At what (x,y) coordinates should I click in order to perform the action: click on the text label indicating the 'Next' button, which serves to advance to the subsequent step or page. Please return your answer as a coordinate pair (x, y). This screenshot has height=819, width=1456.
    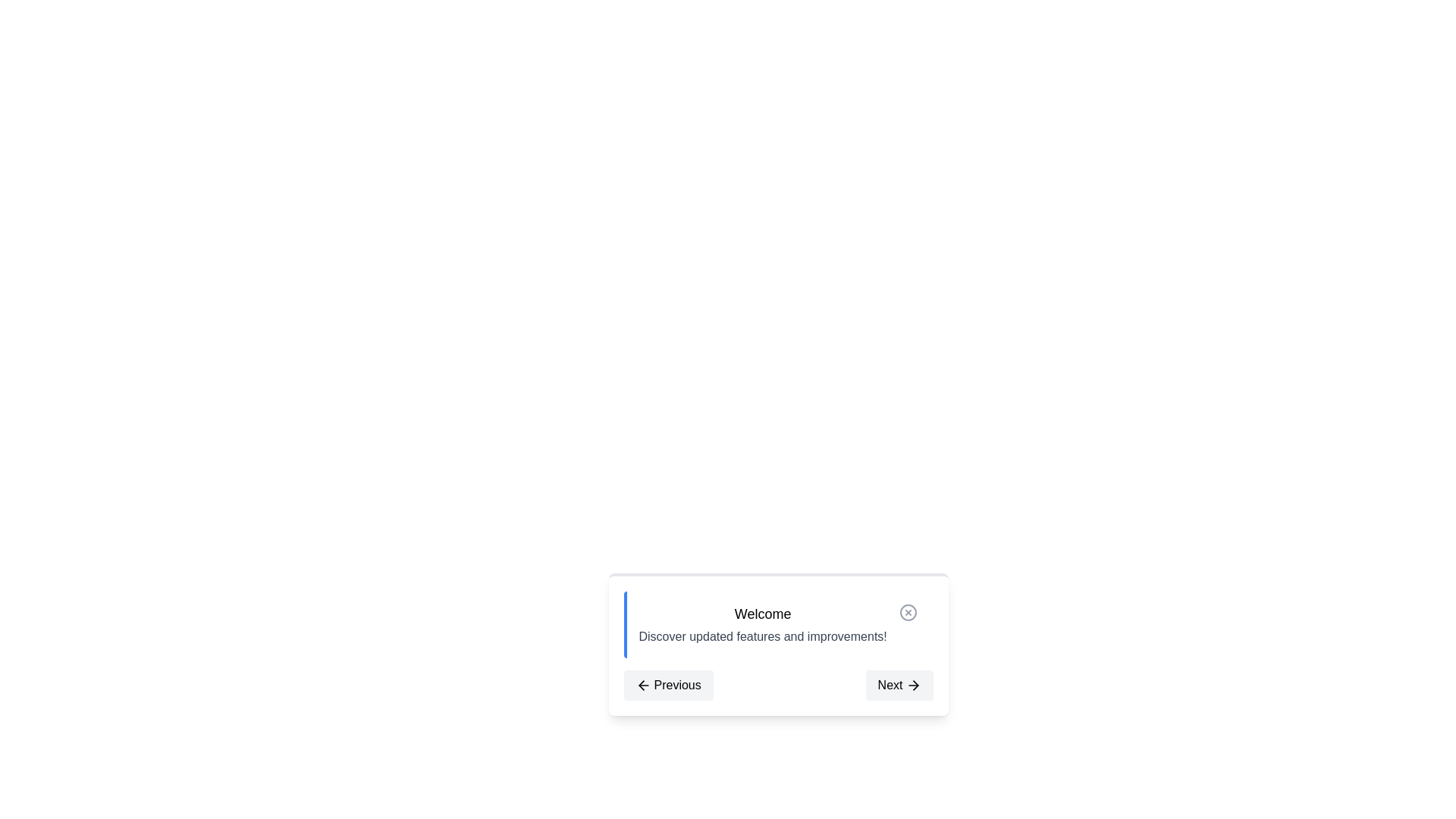
    Looking at the image, I should click on (890, 685).